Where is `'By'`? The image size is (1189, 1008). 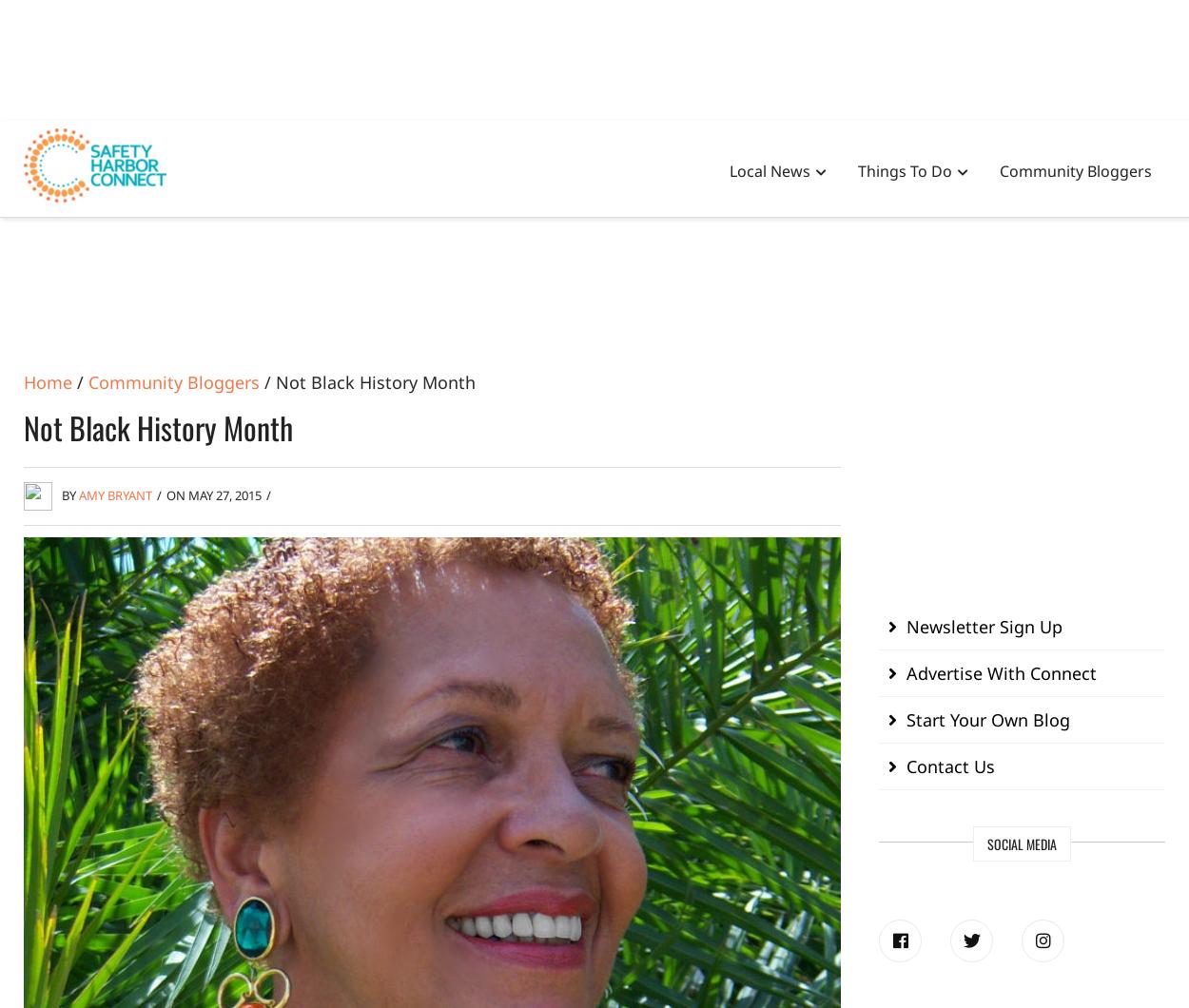 'By' is located at coordinates (69, 494).